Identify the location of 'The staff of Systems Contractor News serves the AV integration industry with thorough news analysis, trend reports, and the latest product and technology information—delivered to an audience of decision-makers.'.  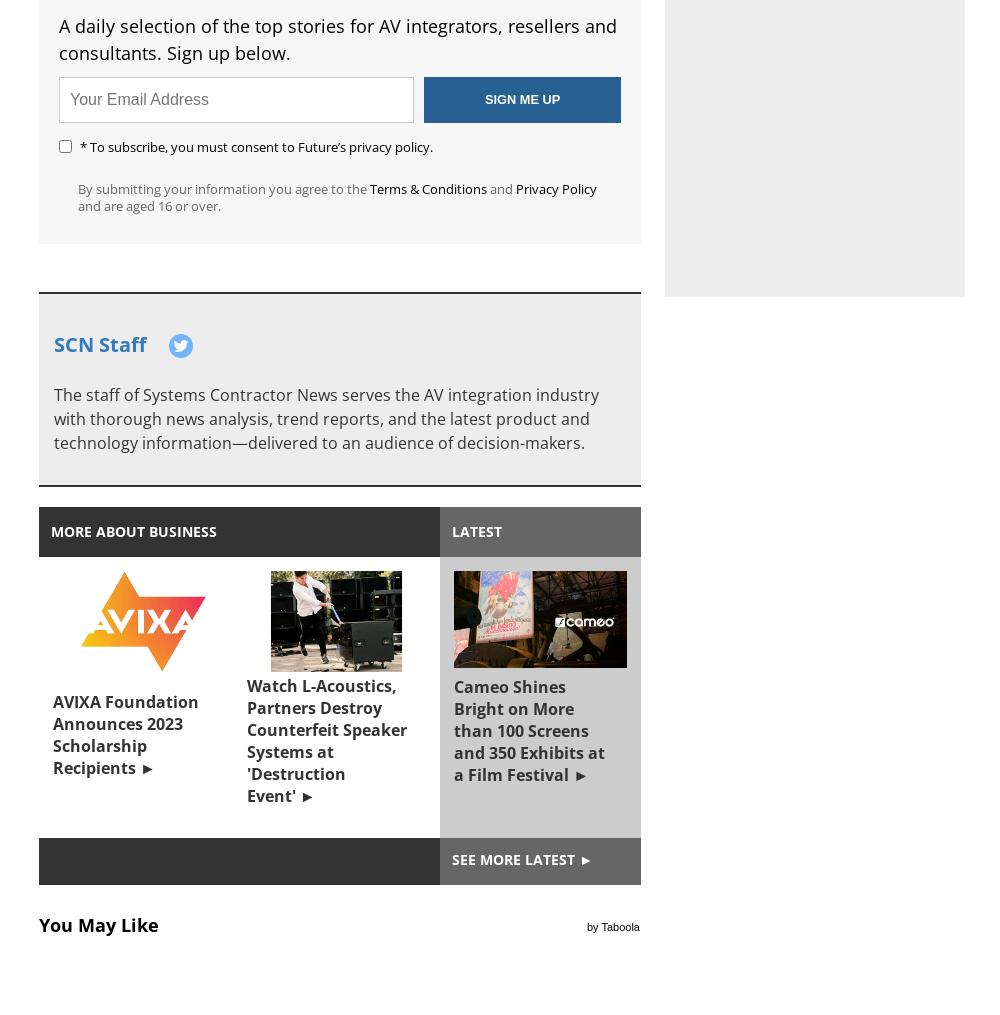
(325, 418).